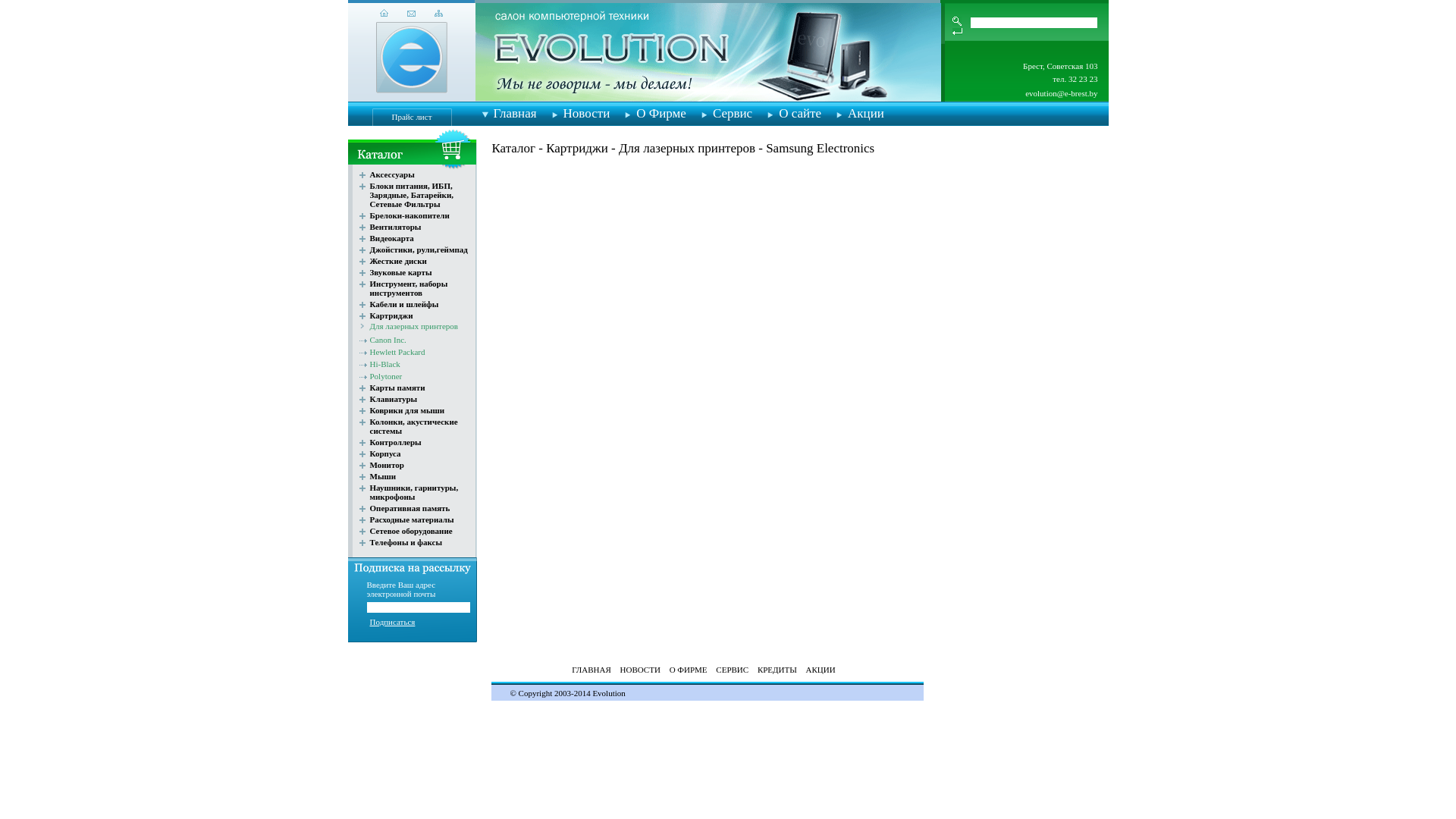 The width and height of the screenshot is (1456, 819). What do you see at coordinates (385, 363) in the screenshot?
I see `'Hi-Black'` at bounding box center [385, 363].